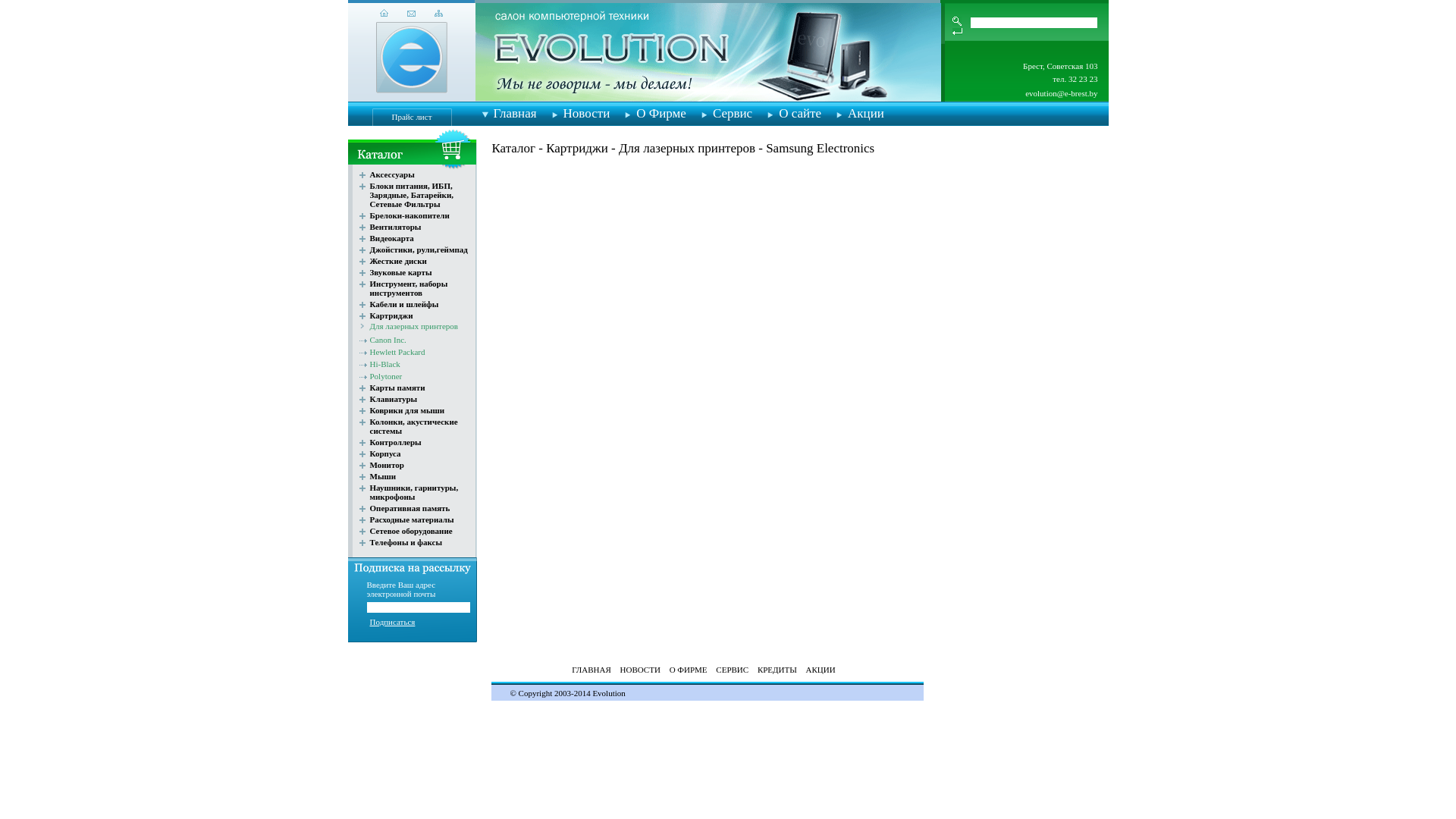 The width and height of the screenshot is (1456, 819). What do you see at coordinates (385, 363) in the screenshot?
I see `'Hi-Black'` at bounding box center [385, 363].